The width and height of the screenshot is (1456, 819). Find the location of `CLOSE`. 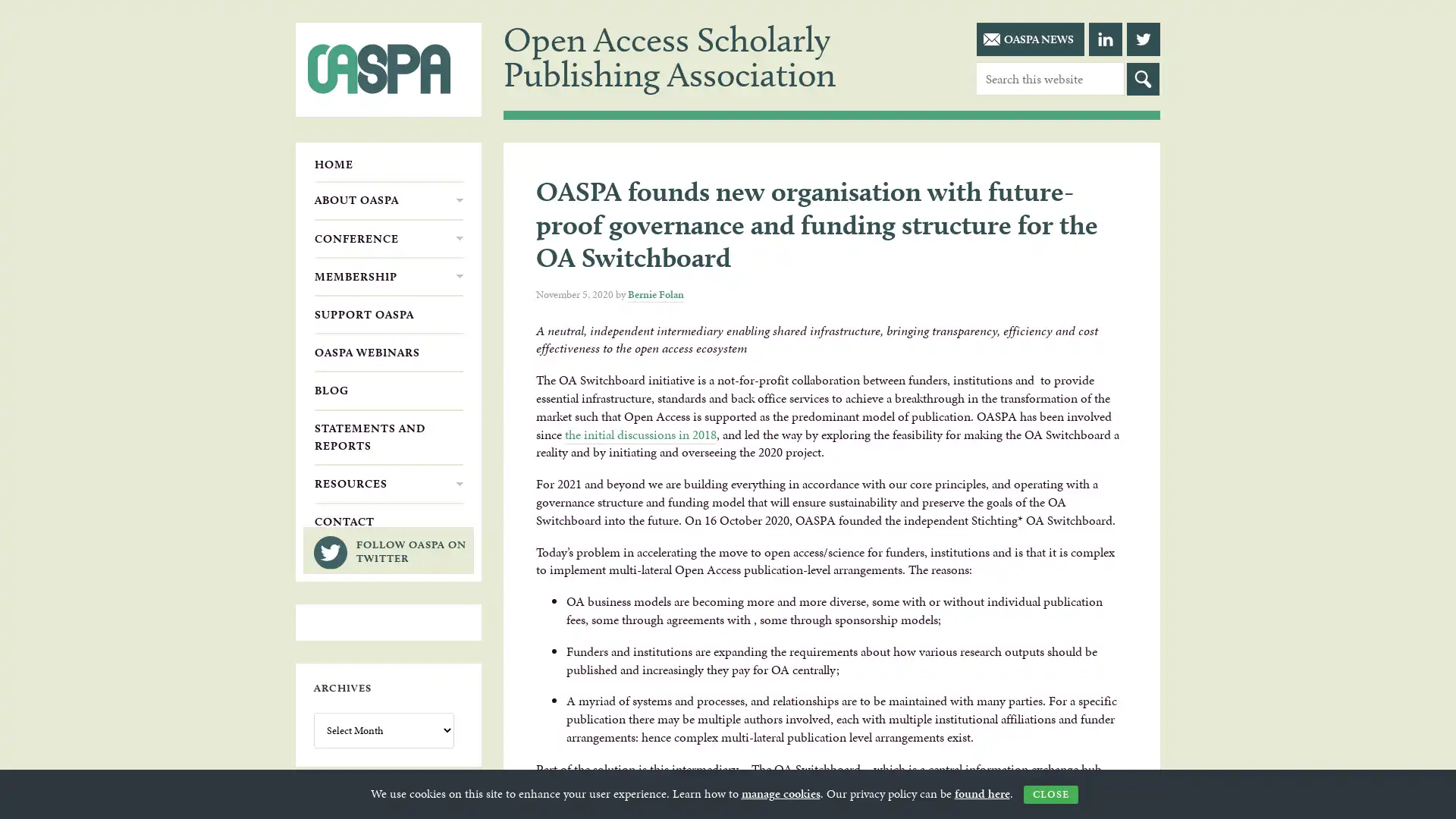

CLOSE is located at coordinates (1050, 794).